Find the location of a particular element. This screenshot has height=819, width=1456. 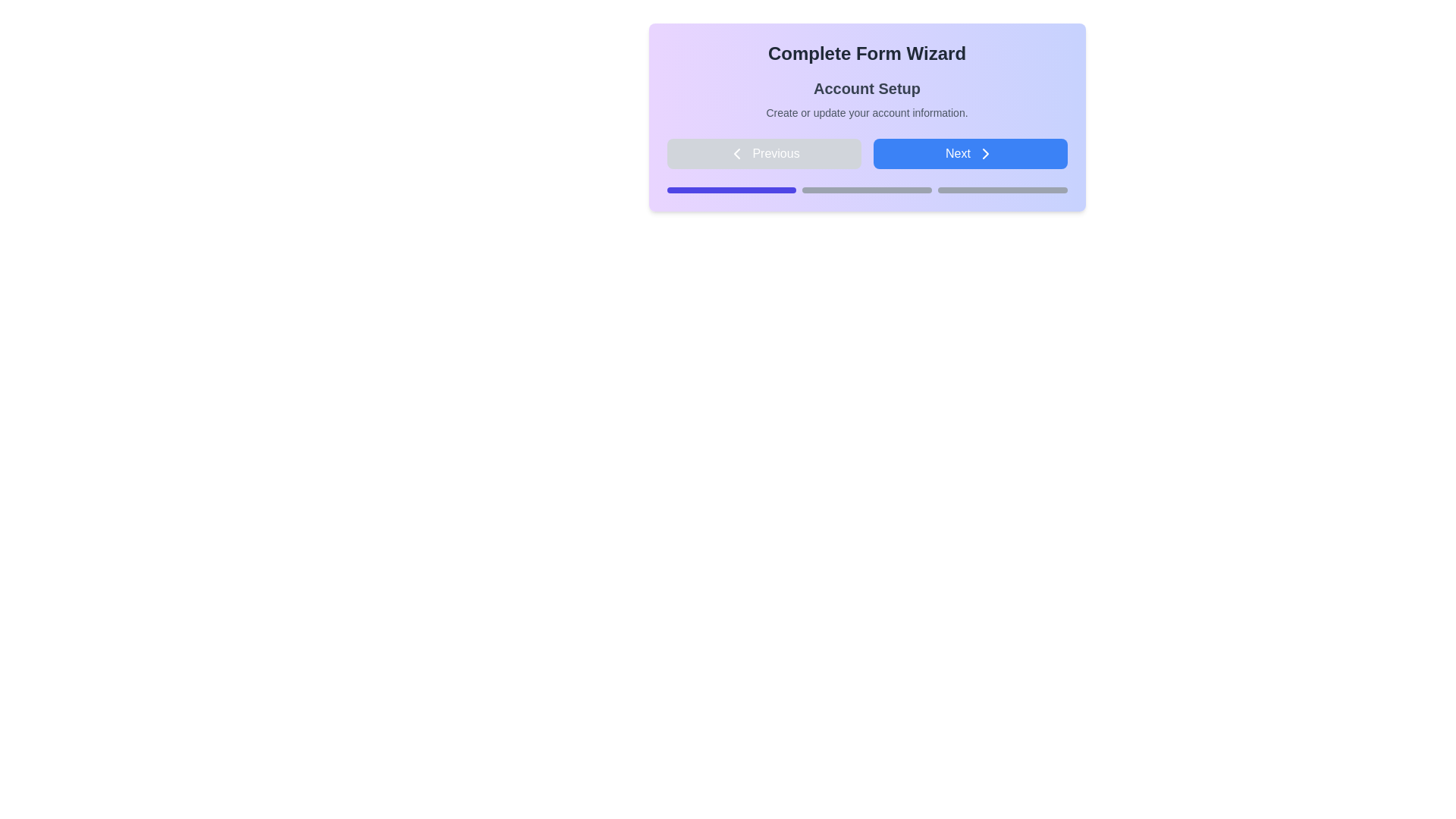

the bold headline text 'Complete Form Wizard' which is styled with a large, centered font on a light gradient background is located at coordinates (867, 52).